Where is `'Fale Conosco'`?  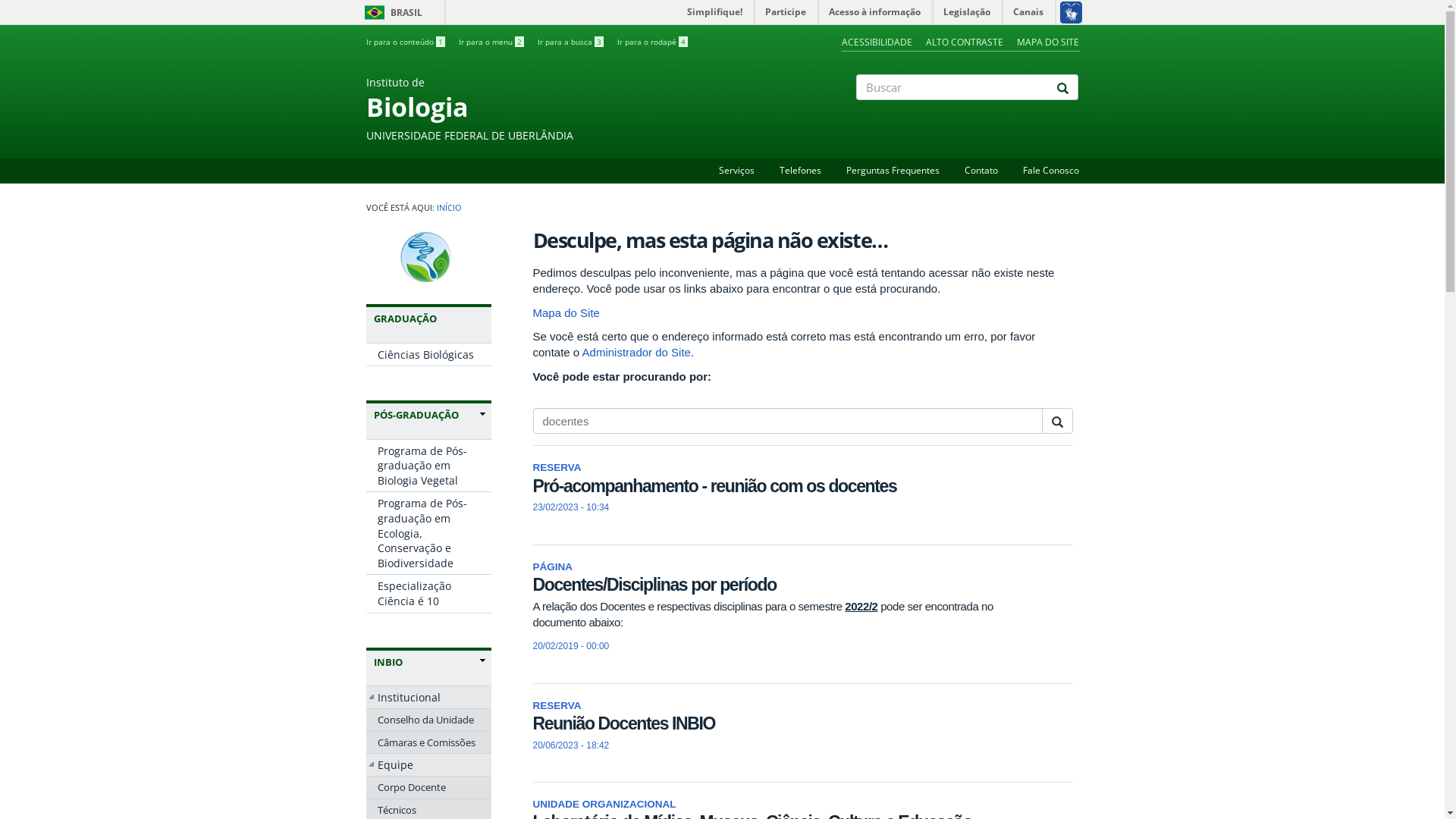 'Fale Conosco' is located at coordinates (1050, 170).